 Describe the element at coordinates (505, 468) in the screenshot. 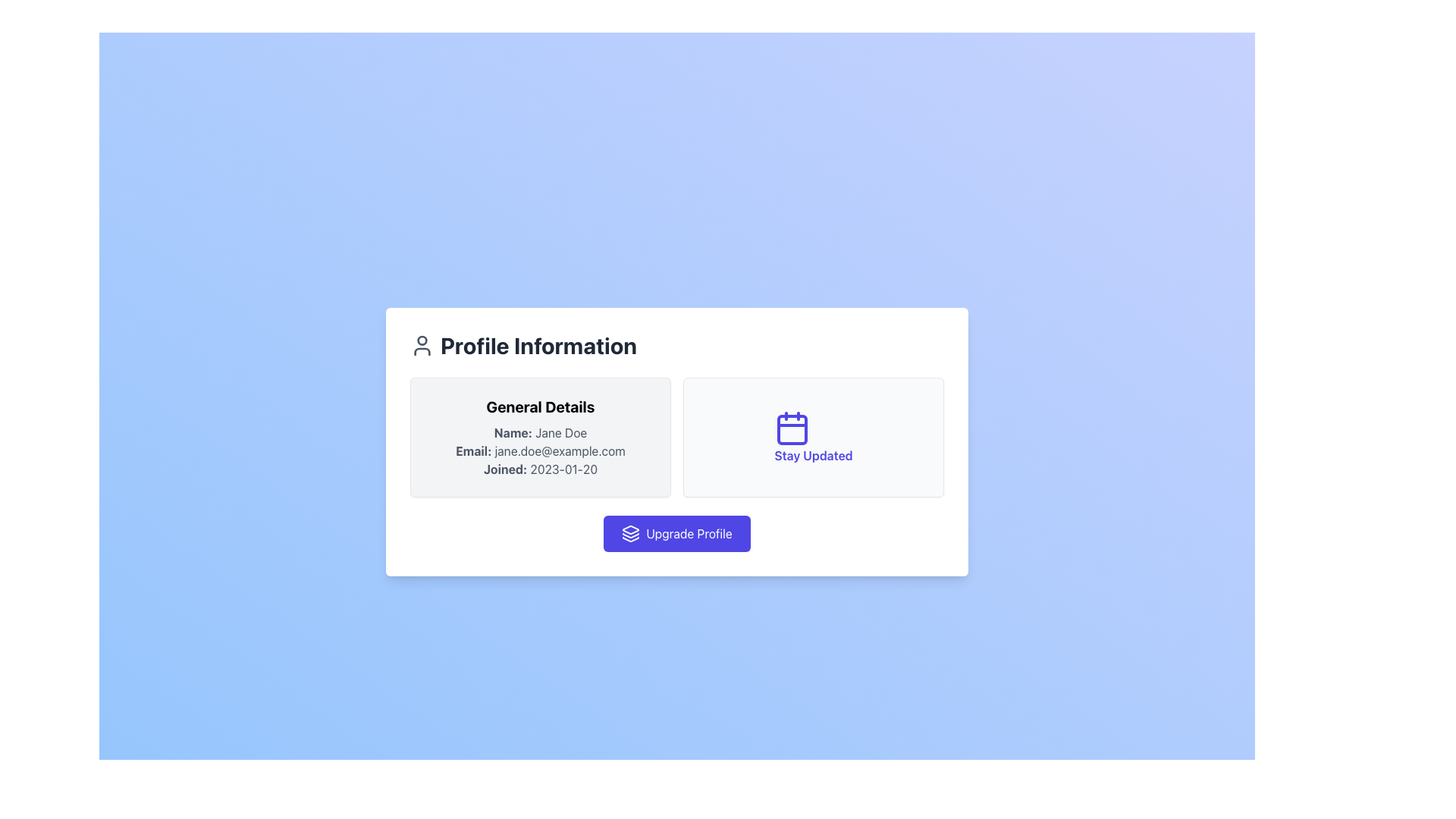

I see `the 'Joined:' label in the 'General Details' section, which is aligned to the left of the card and precedes the date field` at that location.